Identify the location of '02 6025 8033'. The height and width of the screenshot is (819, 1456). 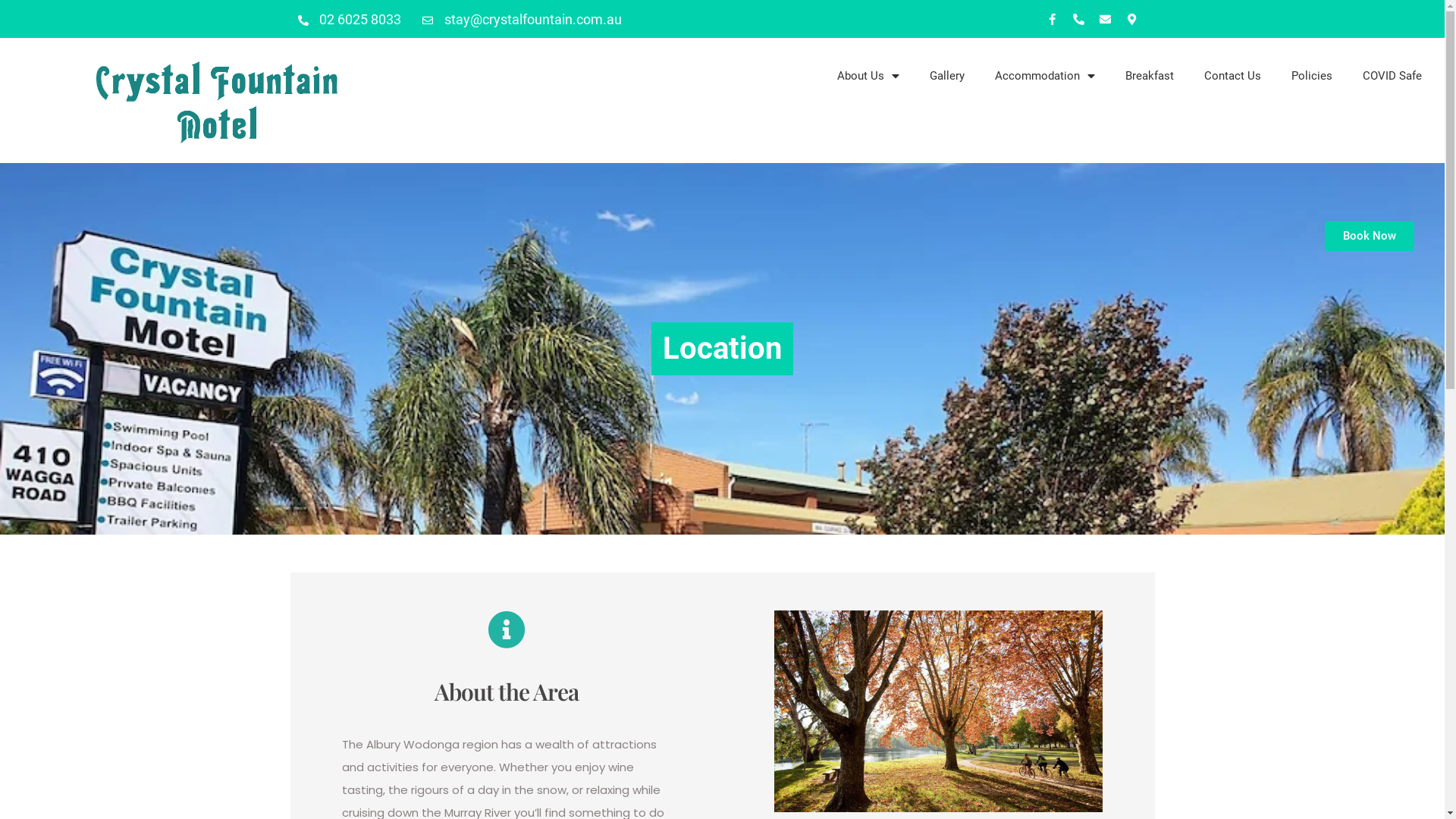
(348, 19).